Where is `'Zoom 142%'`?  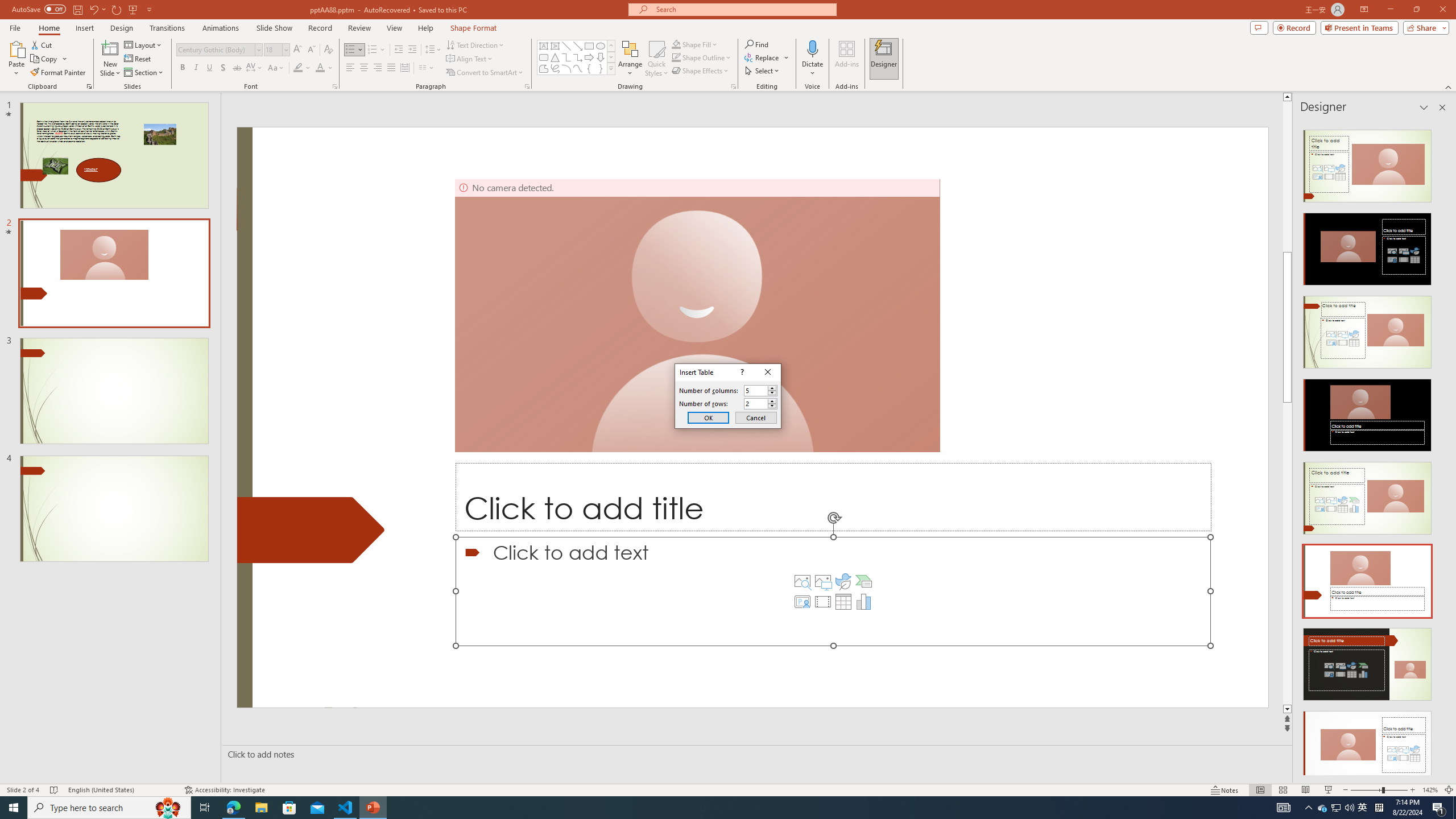 'Zoom 142%' is located at coordinates (1430, 790).